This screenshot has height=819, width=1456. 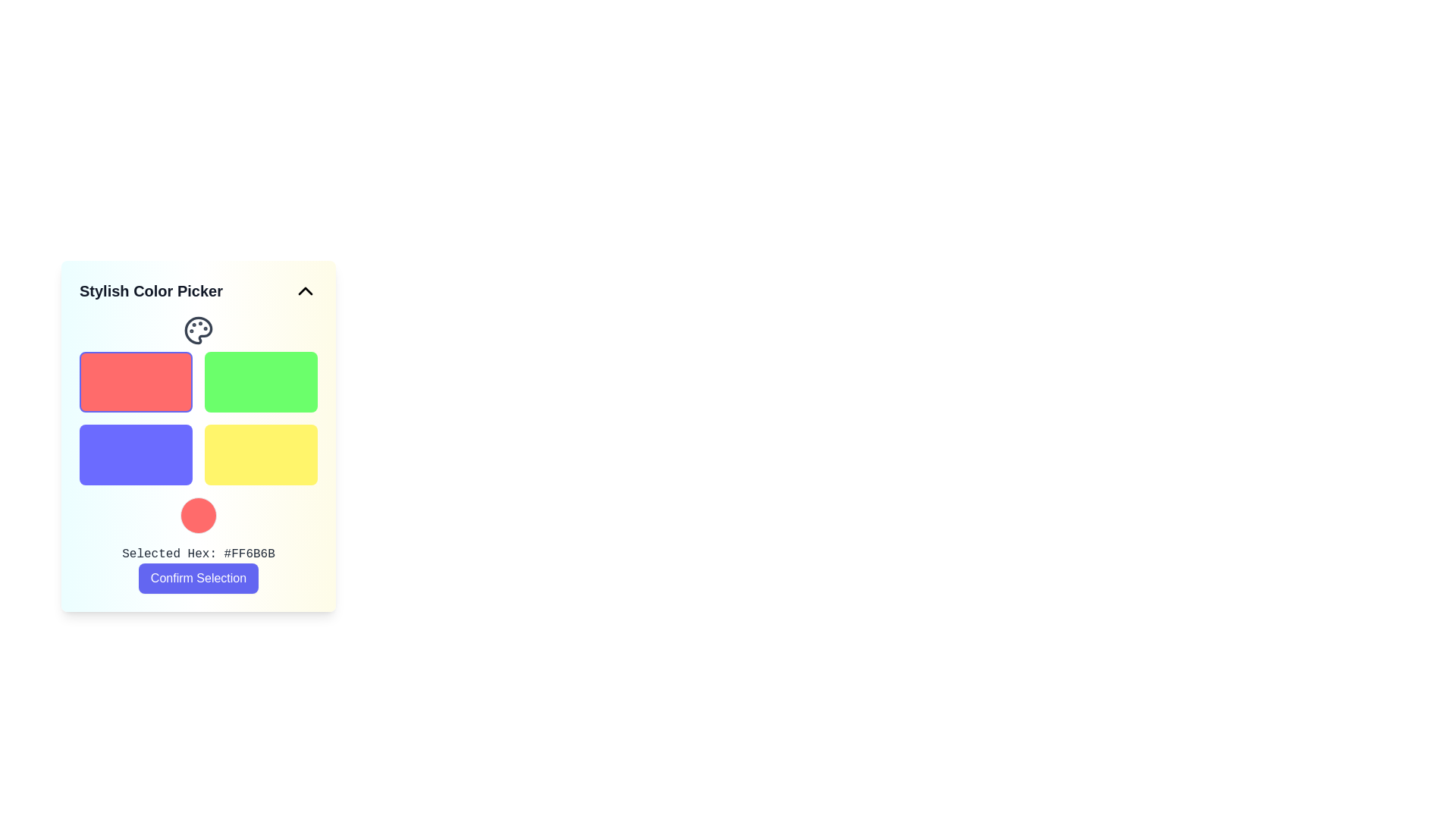 What do you see at coordinates (261, 454) in the screenshot?
I see `the interactive button with a solid yellow background located in the bottom-right corner of the grid to trigger animations or effects` at bounding box center [261, 454].